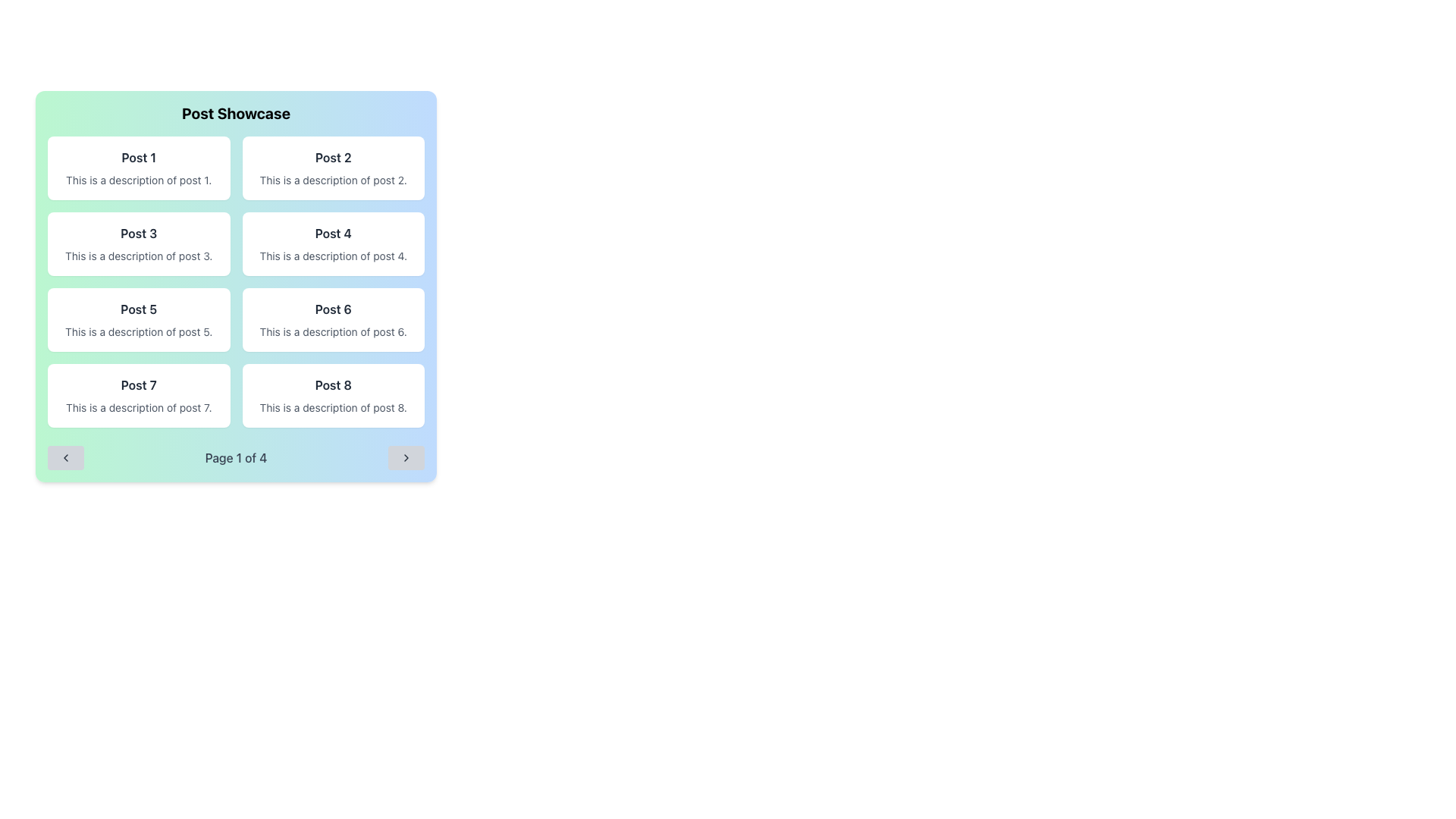  I want to click on the text label providing descriptive context for 'Post 7', located directly below the header labeled 'Post 7', so click(139, 406).